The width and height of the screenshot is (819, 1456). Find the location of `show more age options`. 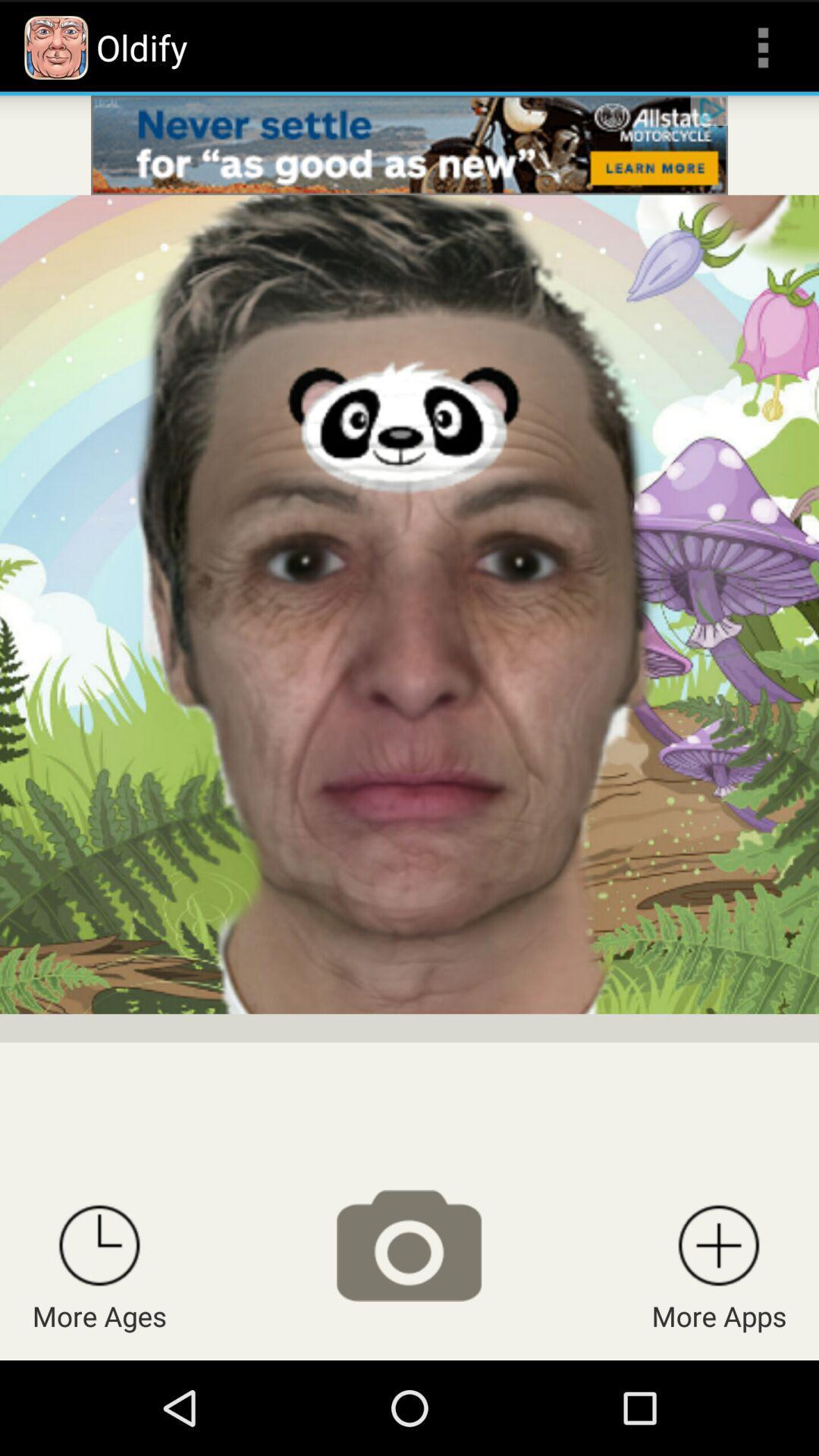

show more age options is located at coordinates (99, 1245).